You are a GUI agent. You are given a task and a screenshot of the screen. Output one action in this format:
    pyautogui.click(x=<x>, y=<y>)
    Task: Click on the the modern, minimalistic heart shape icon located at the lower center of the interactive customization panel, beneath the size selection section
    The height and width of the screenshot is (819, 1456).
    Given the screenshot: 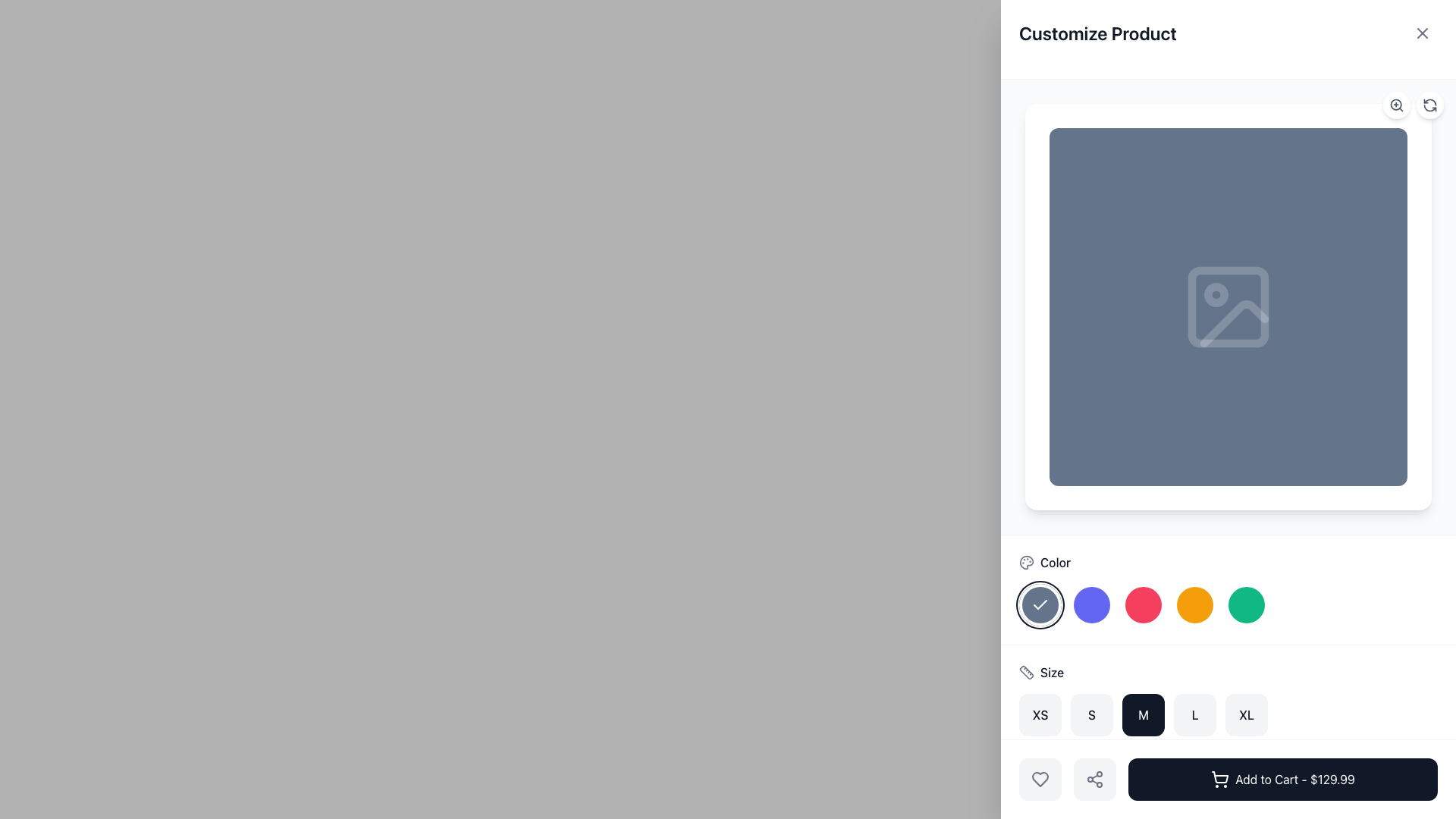 What is the action you would take?
    pyautogui.click(x=1040, y=780)
    